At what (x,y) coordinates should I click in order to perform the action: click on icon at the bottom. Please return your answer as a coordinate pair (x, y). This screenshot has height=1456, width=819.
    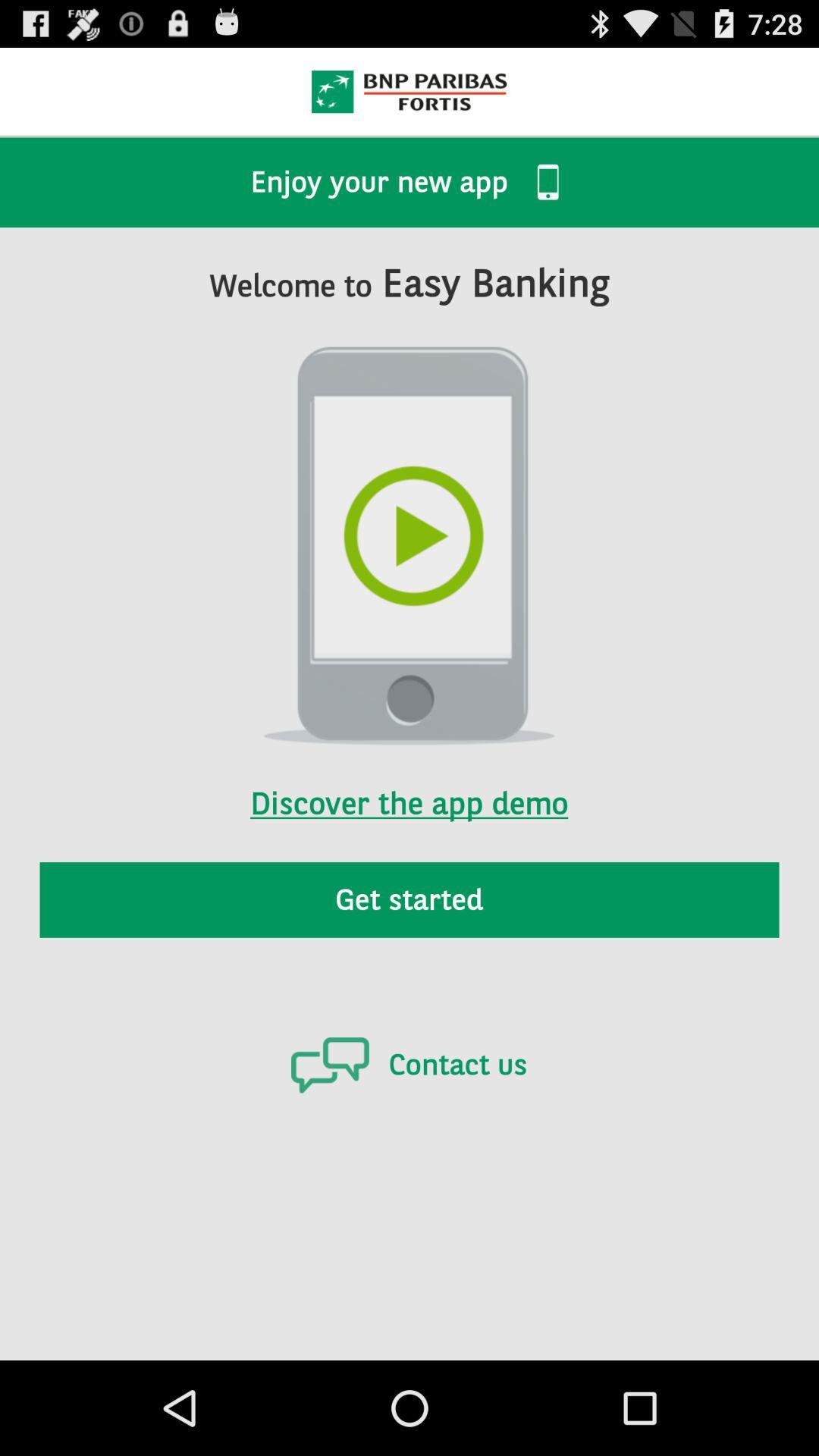
    Looking at the image, I should click on (408, 1064).